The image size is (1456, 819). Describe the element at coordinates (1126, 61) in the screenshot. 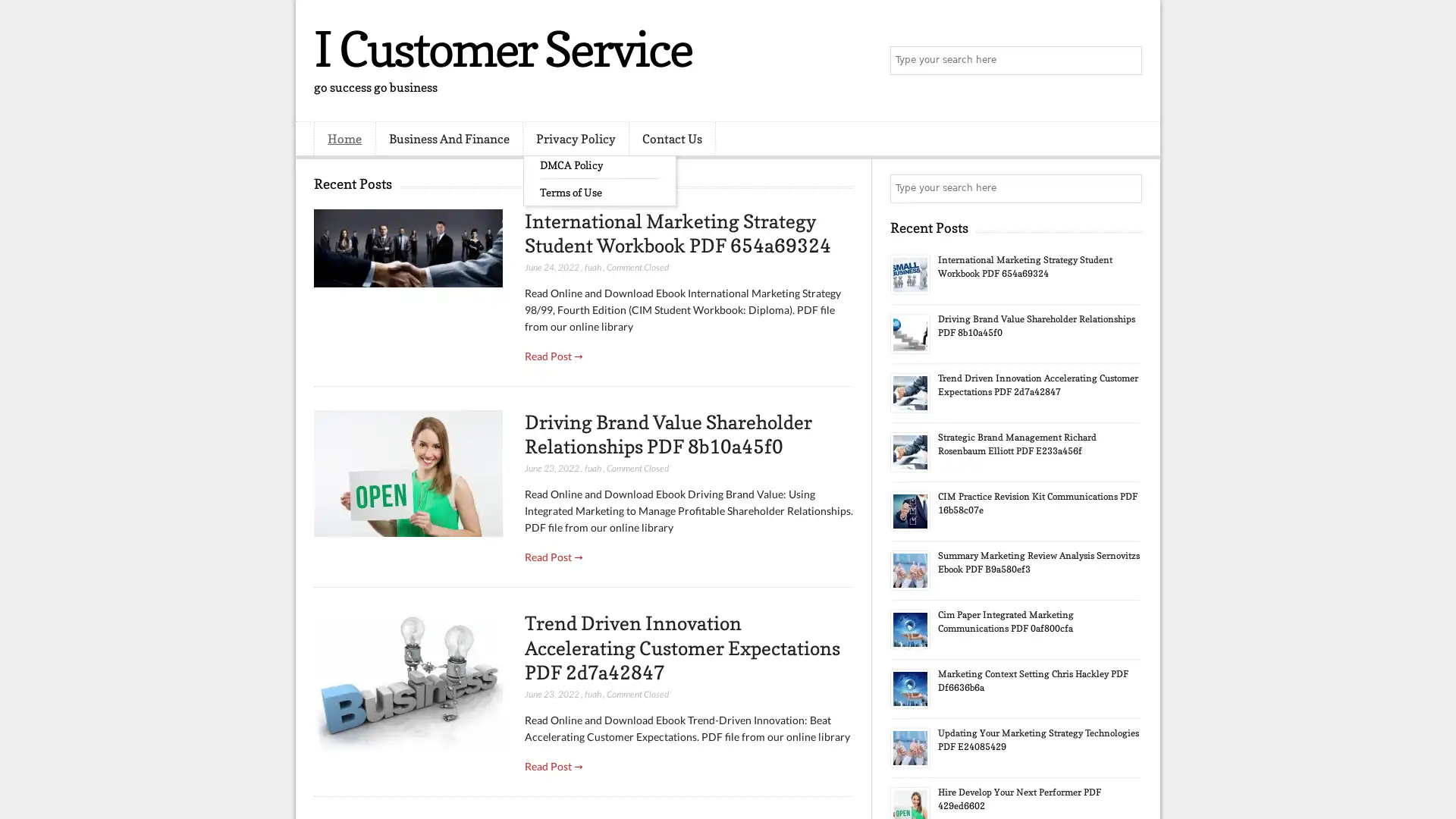

I see `Search` at that location.